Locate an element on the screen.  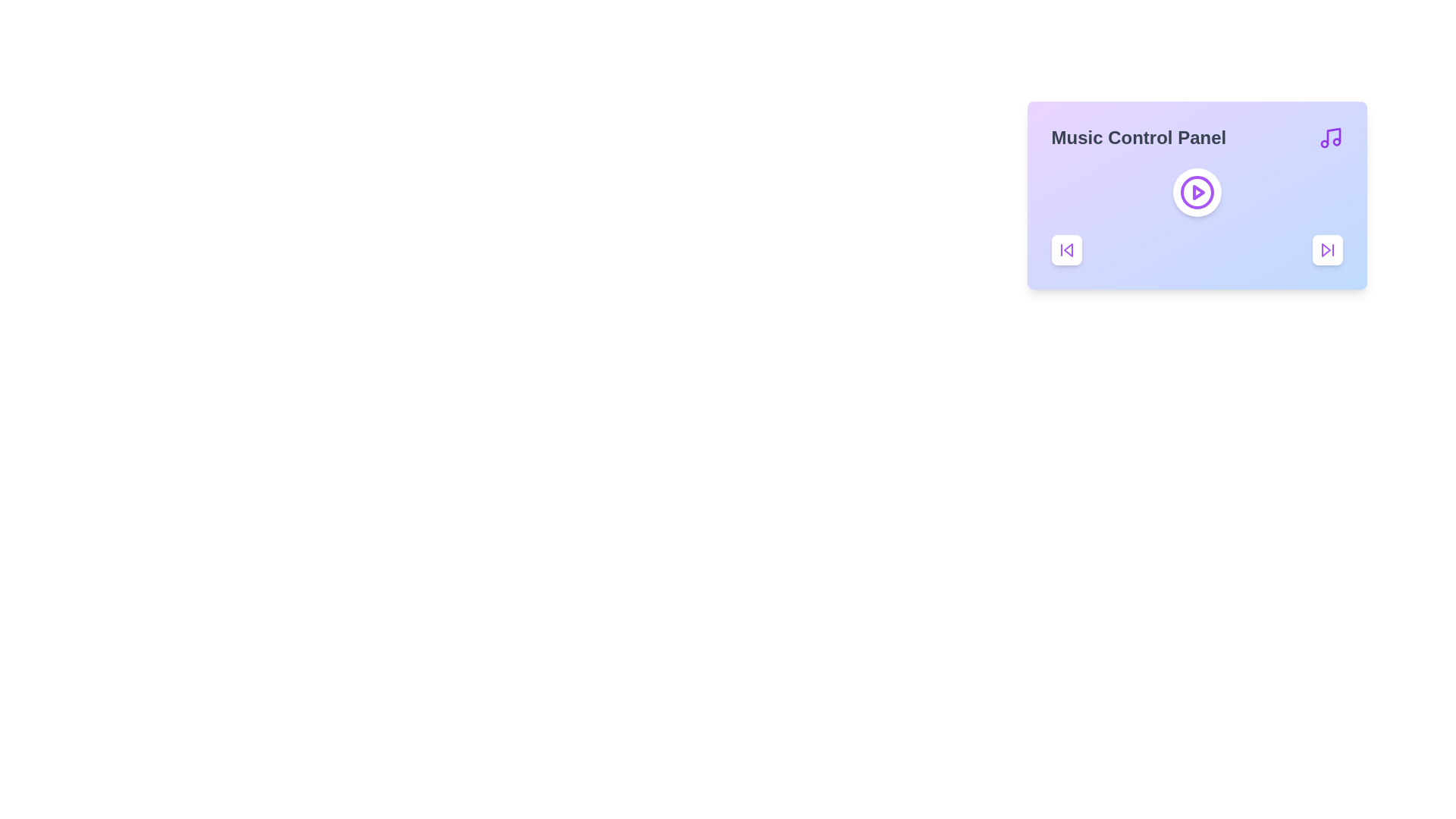
the 'next' or 'skip forward' button in the music playback interface for visual feedback effect is located at coordinates (1326, 249).